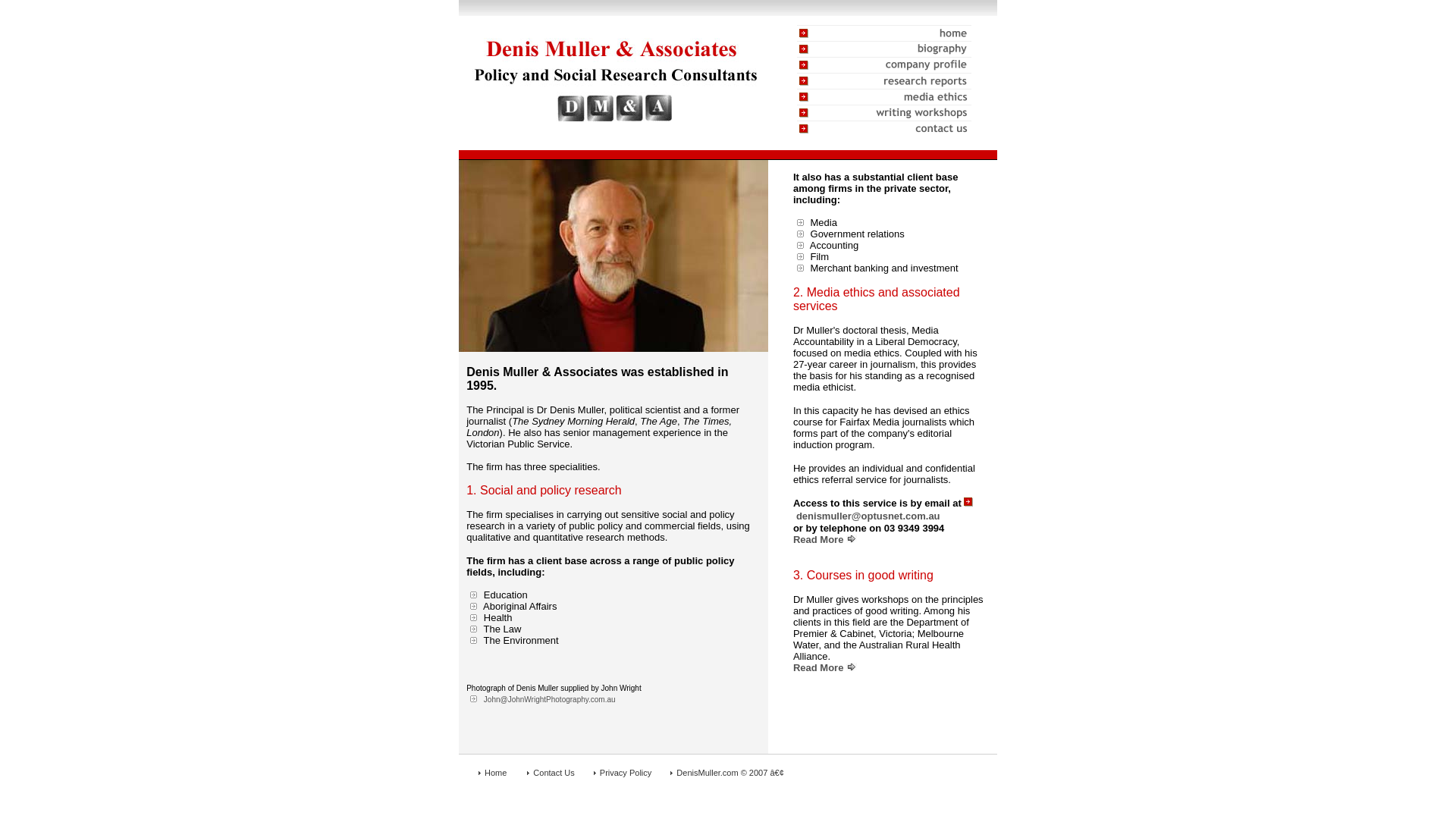  Describe the element at coordinates (554, 772) in the screenshot. I see `'Contact Us'` at that location.